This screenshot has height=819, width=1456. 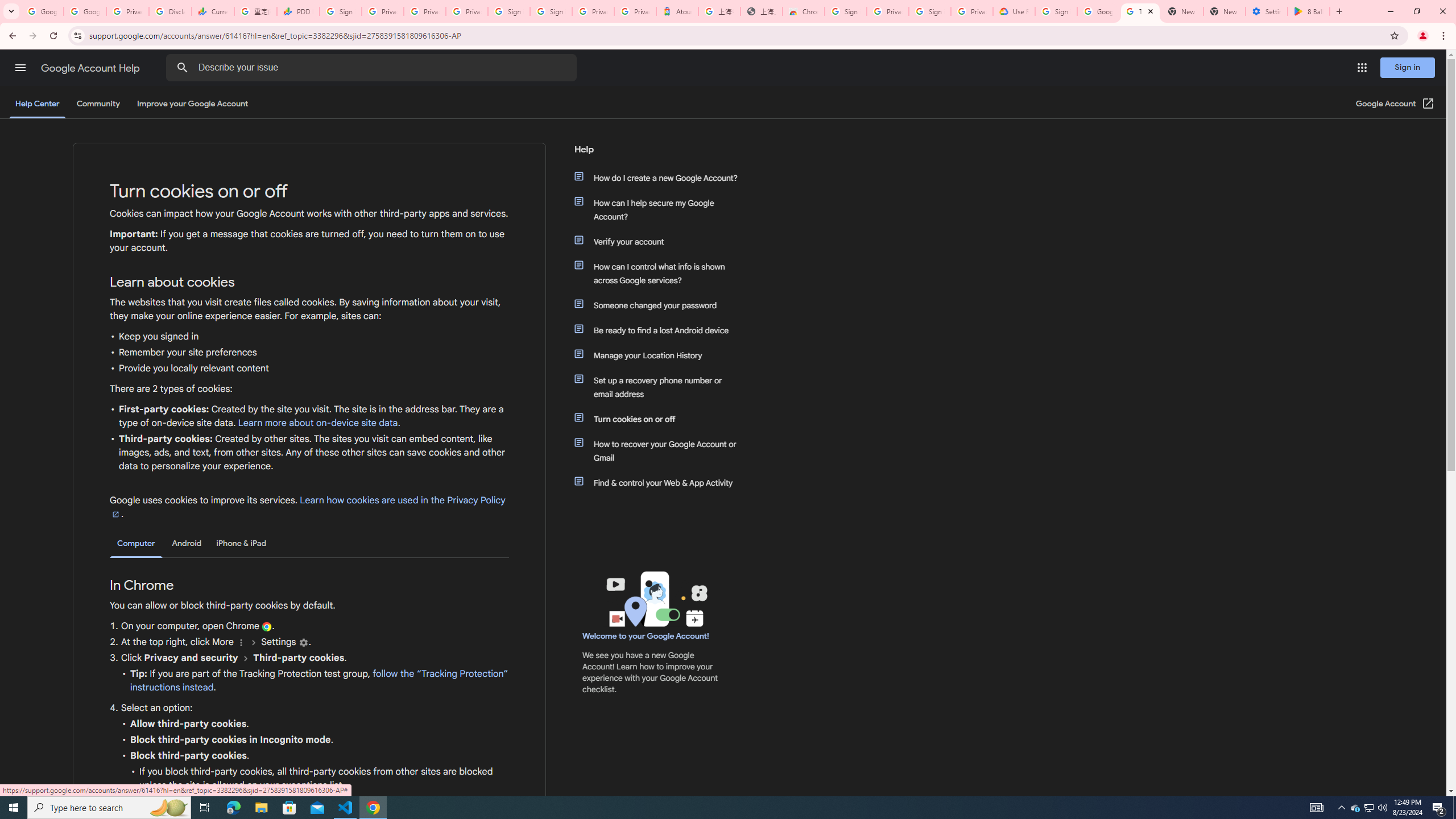 I want to click on '8 Ball Pool - Apps on Google Play', so click(x=1308, y=11).